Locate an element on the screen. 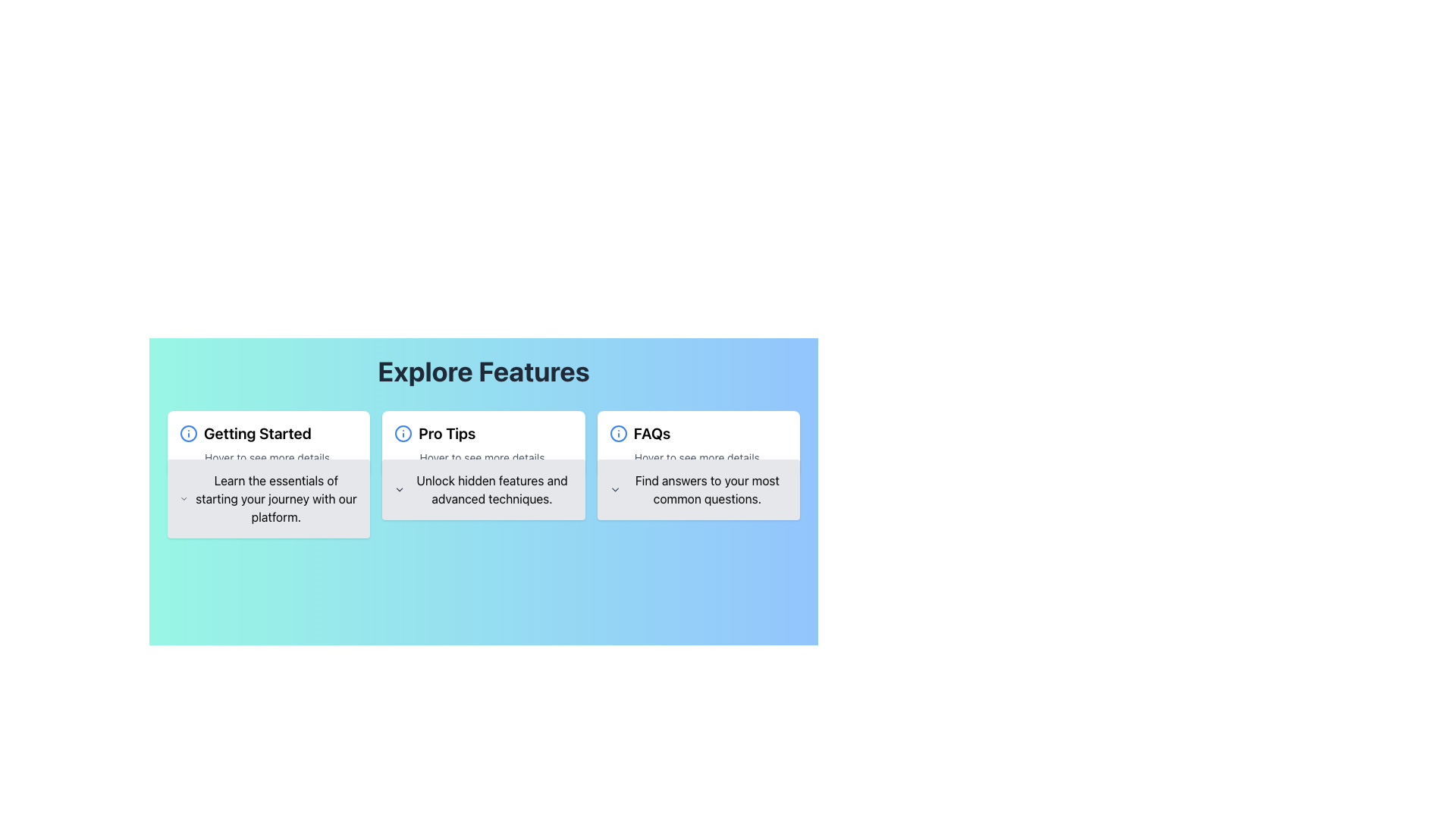  the Dropdown indicator icon within the 'Pro Tips' card to observe interactivity effects is located at coordinates (400, 489).